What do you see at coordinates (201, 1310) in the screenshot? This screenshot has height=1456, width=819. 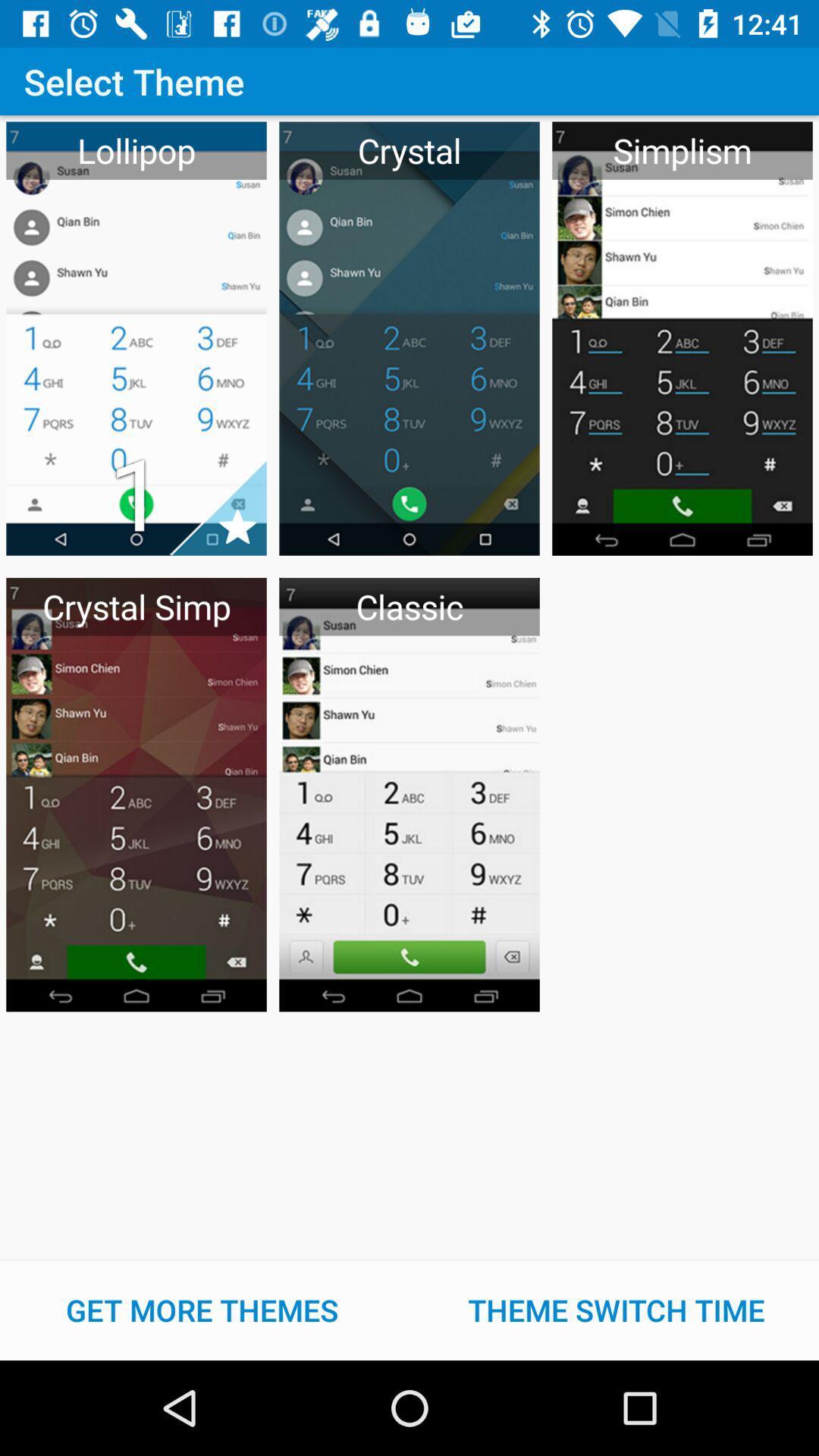 I see `the get more themes item` at bounding box center [201, 1310].